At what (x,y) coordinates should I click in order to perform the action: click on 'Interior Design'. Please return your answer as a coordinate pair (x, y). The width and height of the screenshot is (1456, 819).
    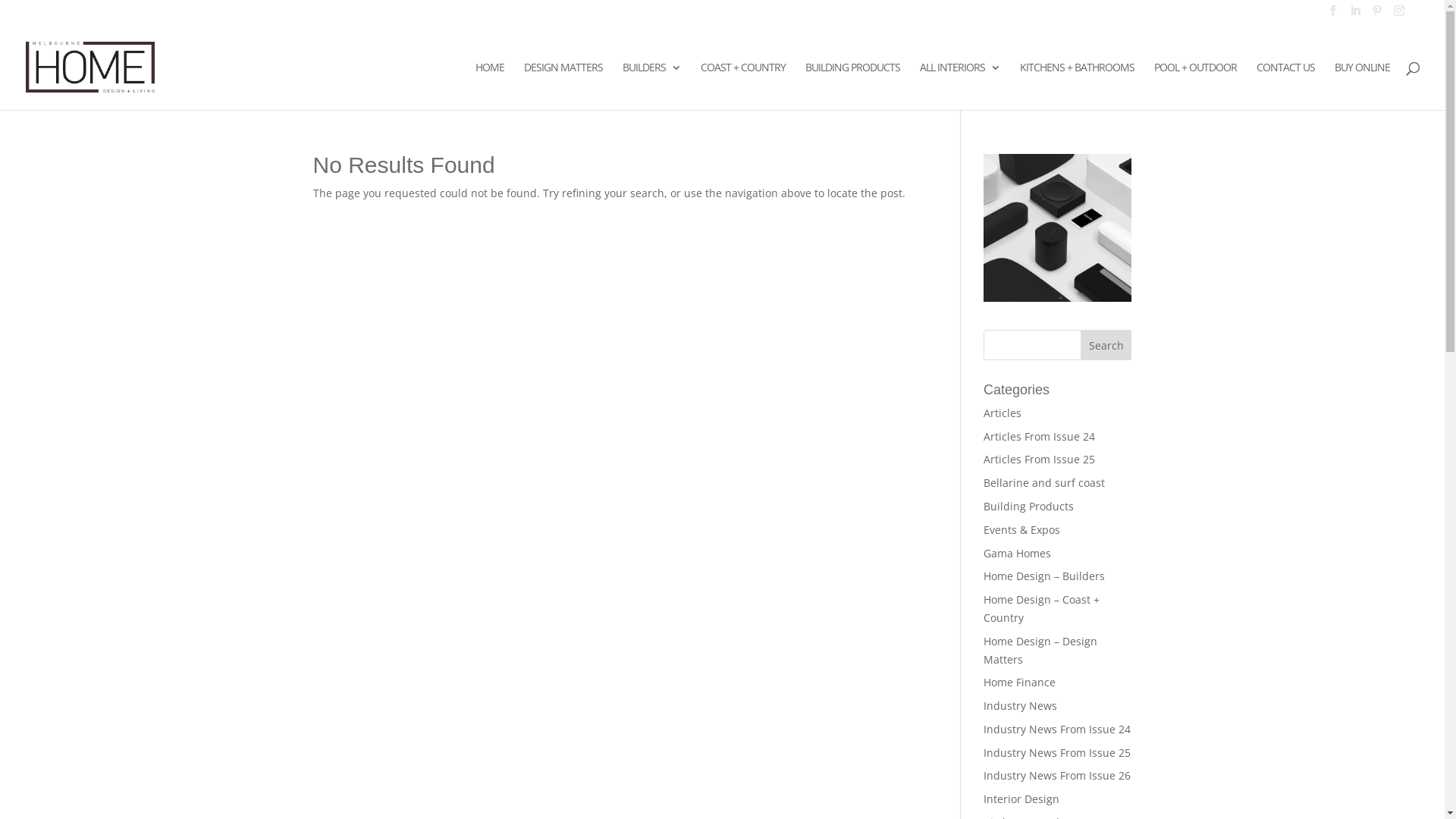
    Looking at the image, I should click on (1021, 798).